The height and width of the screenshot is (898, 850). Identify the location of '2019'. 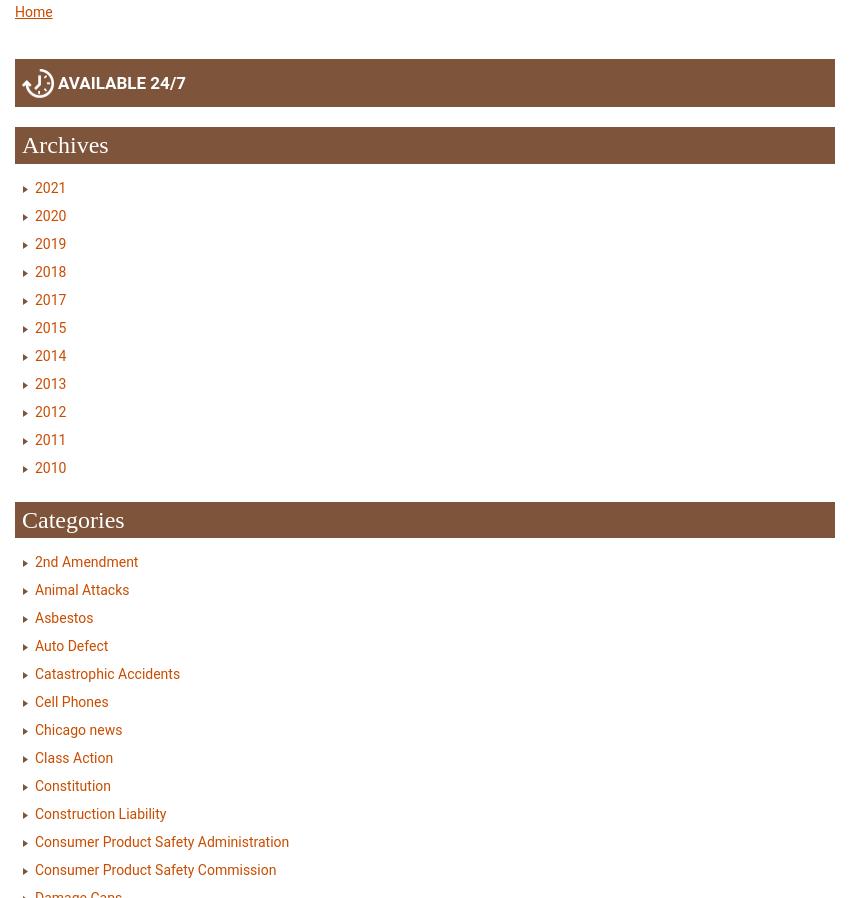
(50, 242).